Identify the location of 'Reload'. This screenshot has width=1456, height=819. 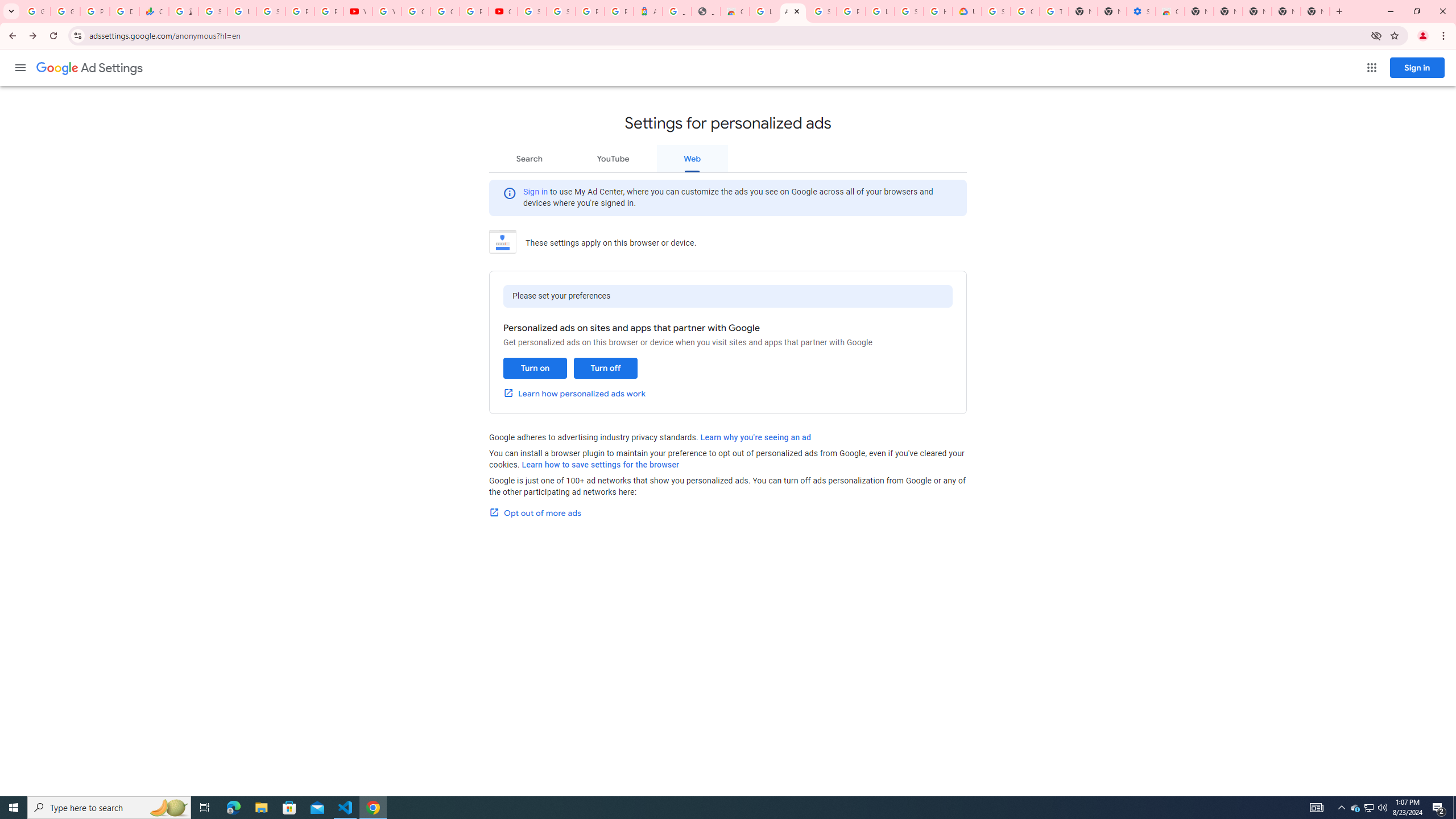
(53, 35).